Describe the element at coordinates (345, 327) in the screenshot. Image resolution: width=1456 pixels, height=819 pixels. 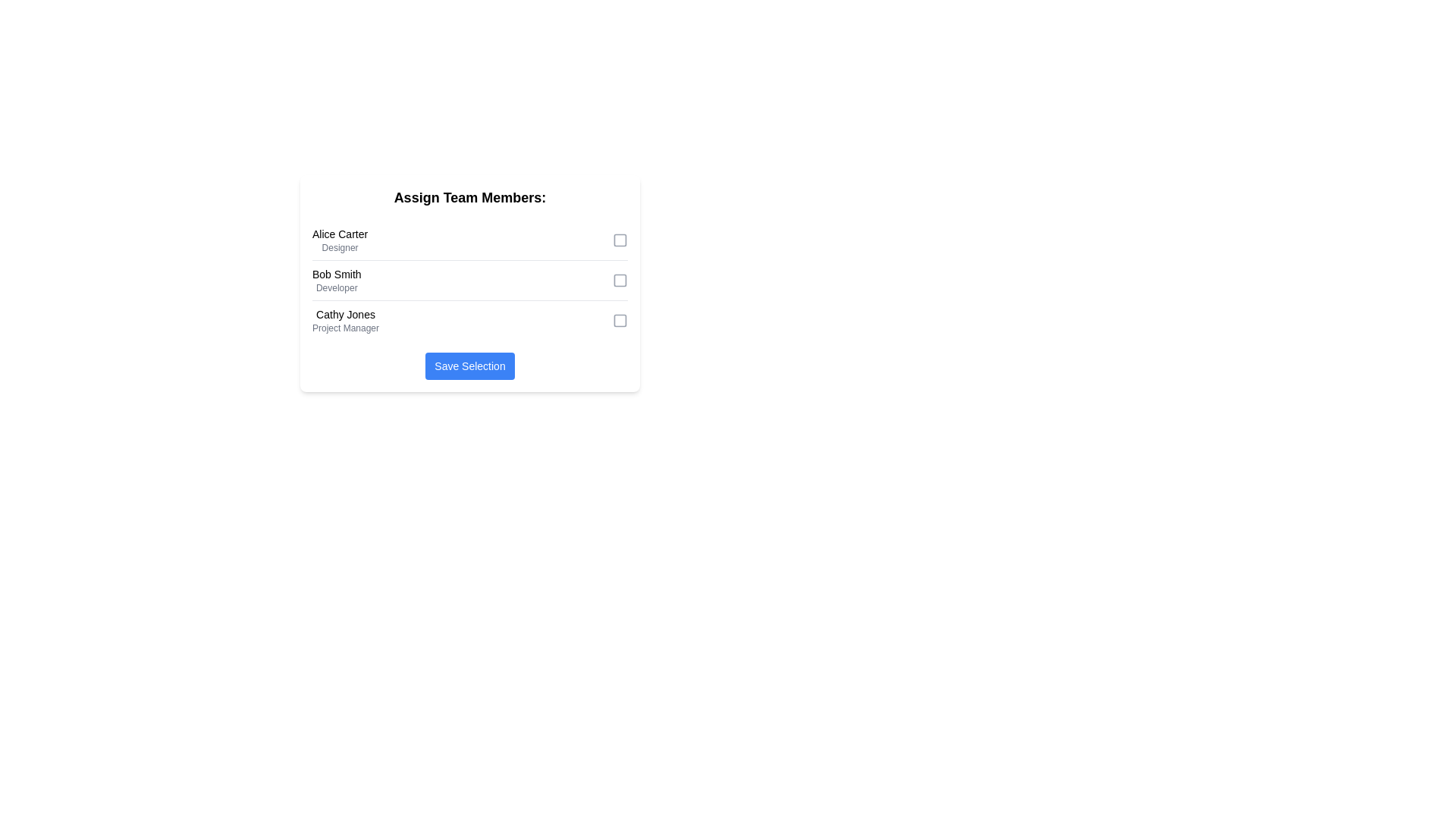
I see `the 'Project Manager' label, which is styled in a smaller font size and light gray color, located beneath 'Cathy Jones' in the dialog box` at that location.